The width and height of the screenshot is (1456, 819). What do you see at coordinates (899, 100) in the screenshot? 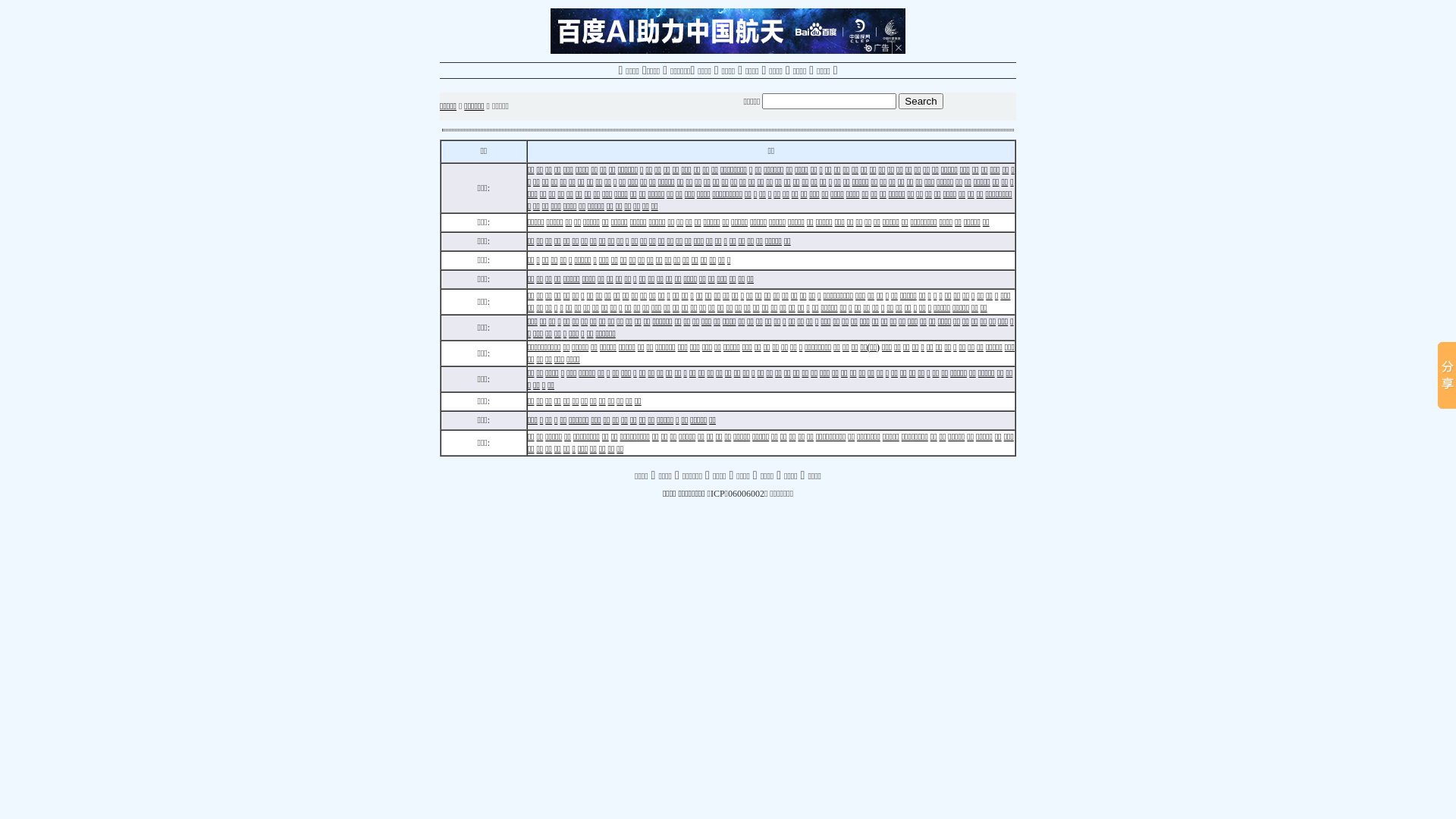
I see `'Search'` at bounding box center [899, 100].